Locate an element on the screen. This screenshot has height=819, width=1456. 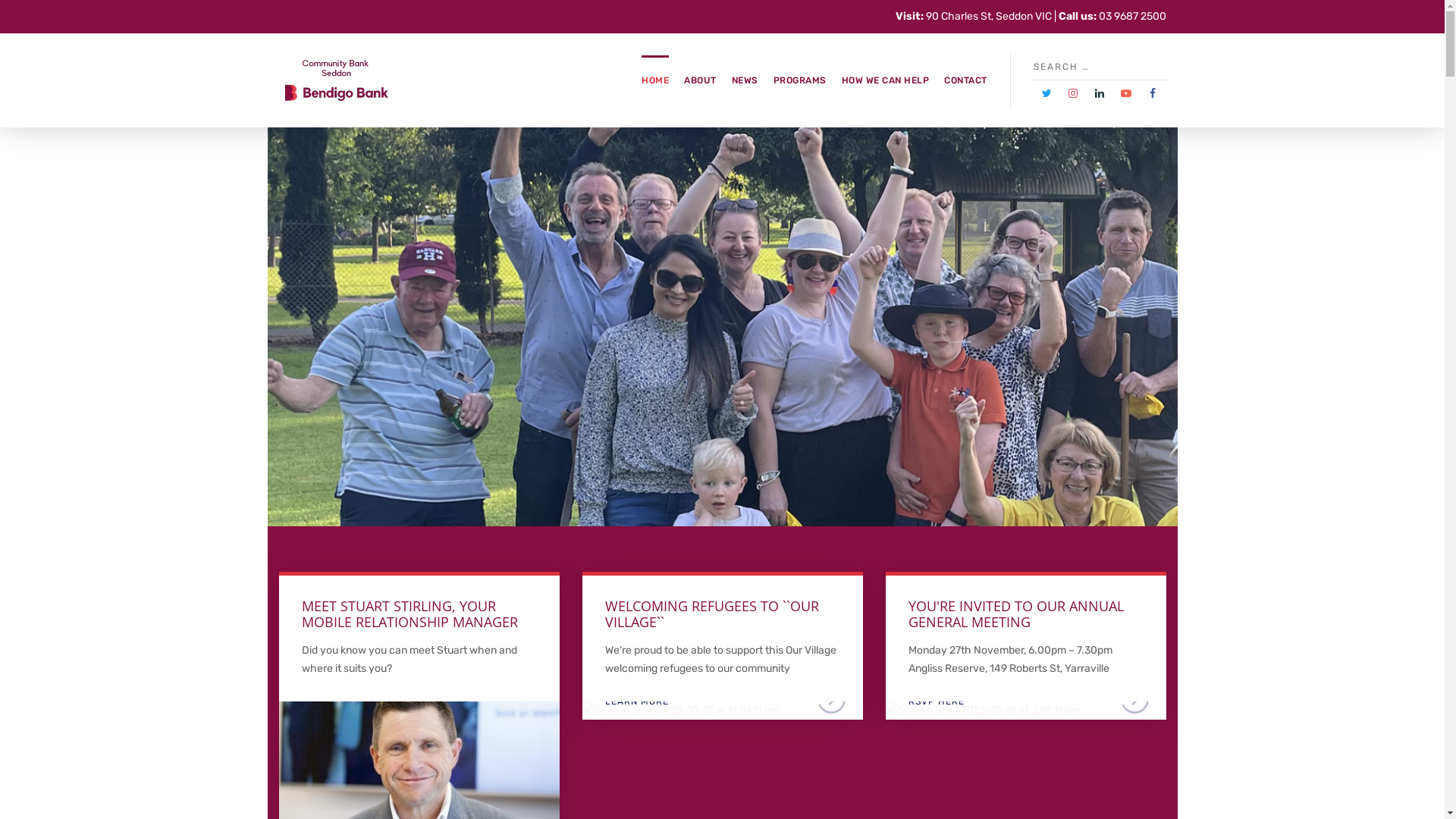
'YOU'RE INVITED TO OUR ANNUAL GENERAL MEETING' is located at coordinates (1015, 613).